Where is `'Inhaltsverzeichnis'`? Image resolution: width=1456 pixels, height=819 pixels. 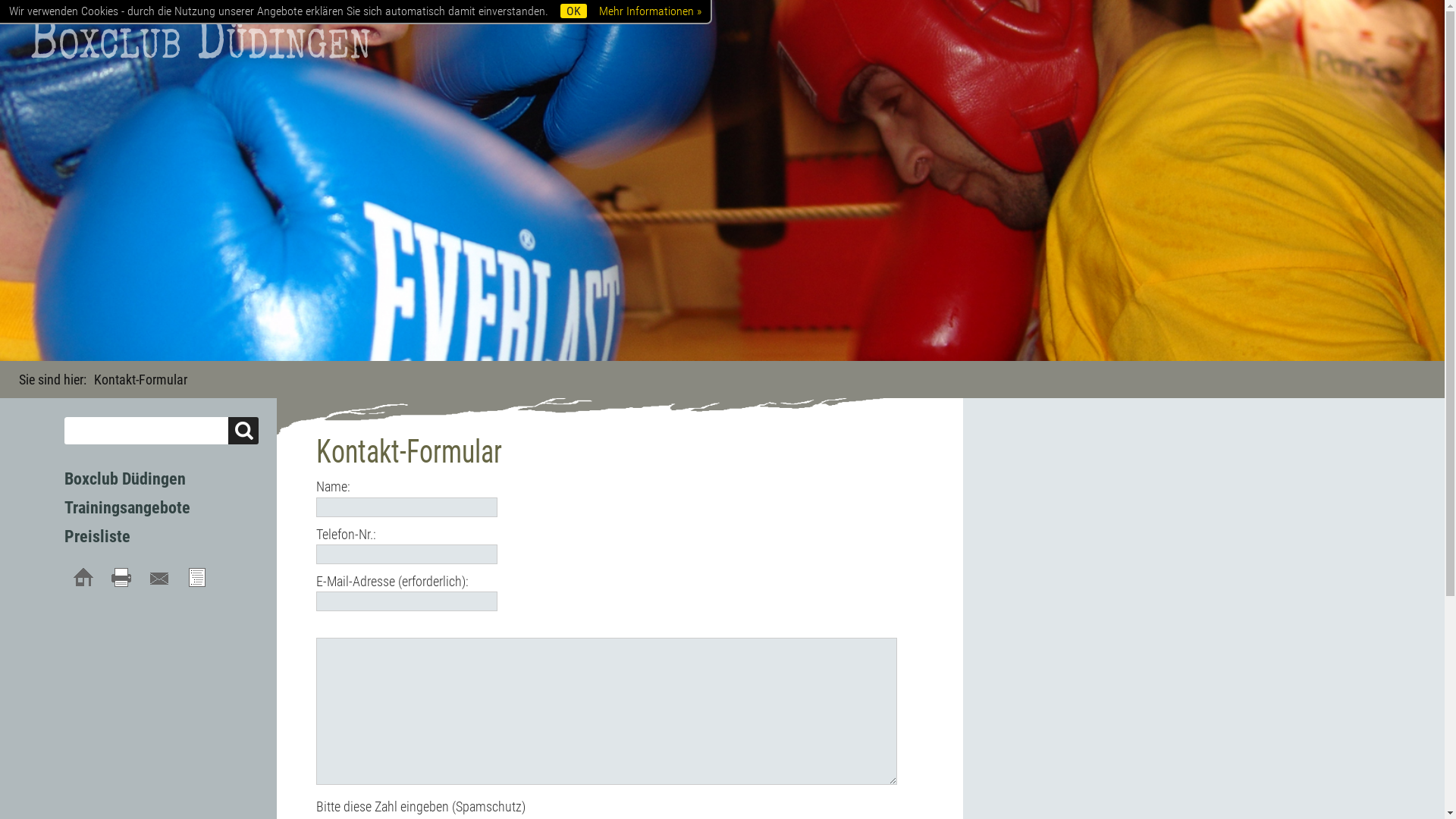 'Inhaltsverzeichnis' is located at coordinates (196, 578).